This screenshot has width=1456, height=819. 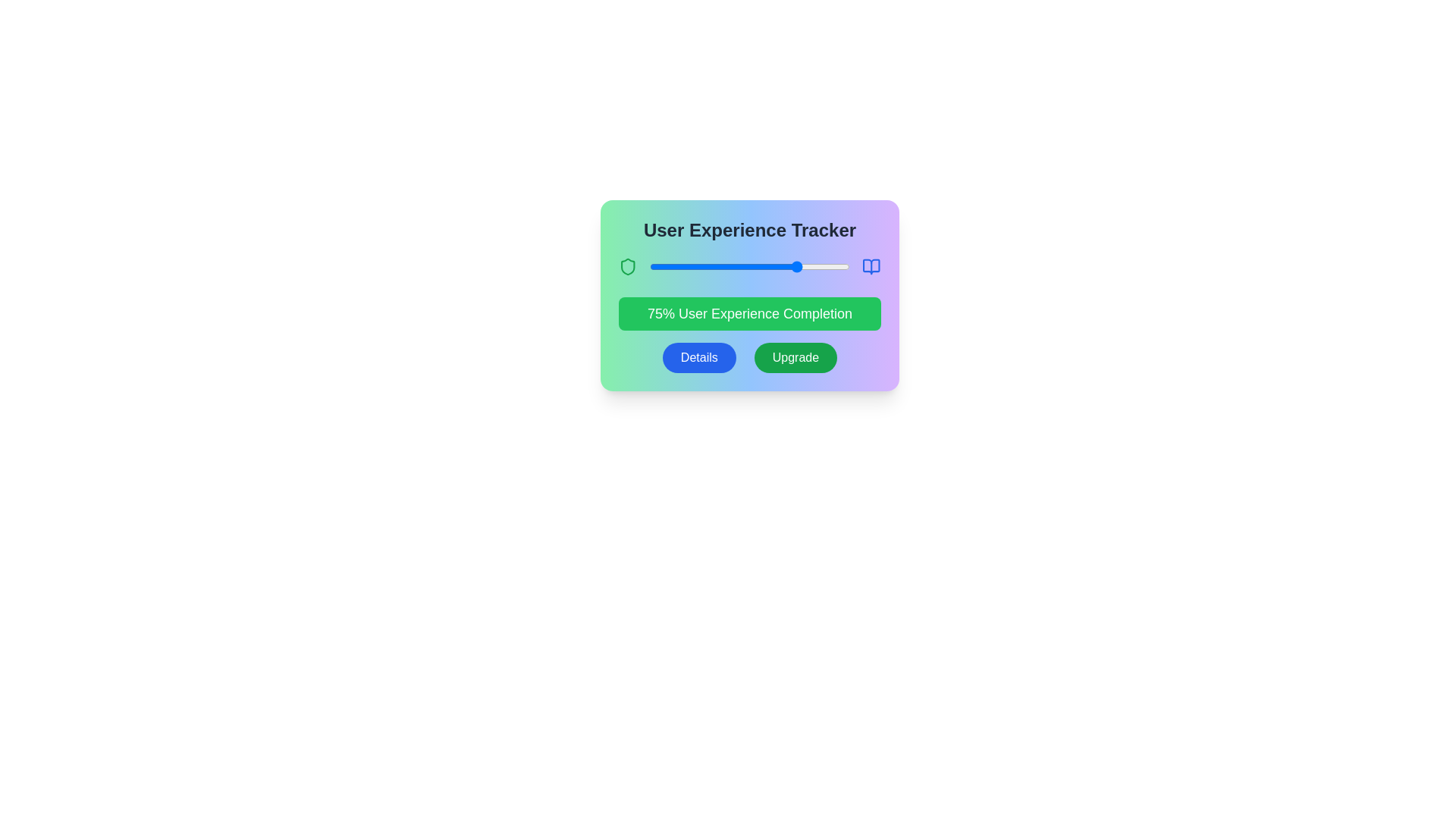 I want to click on the slider to set the progress to 41%, so click(x=732, y=265).